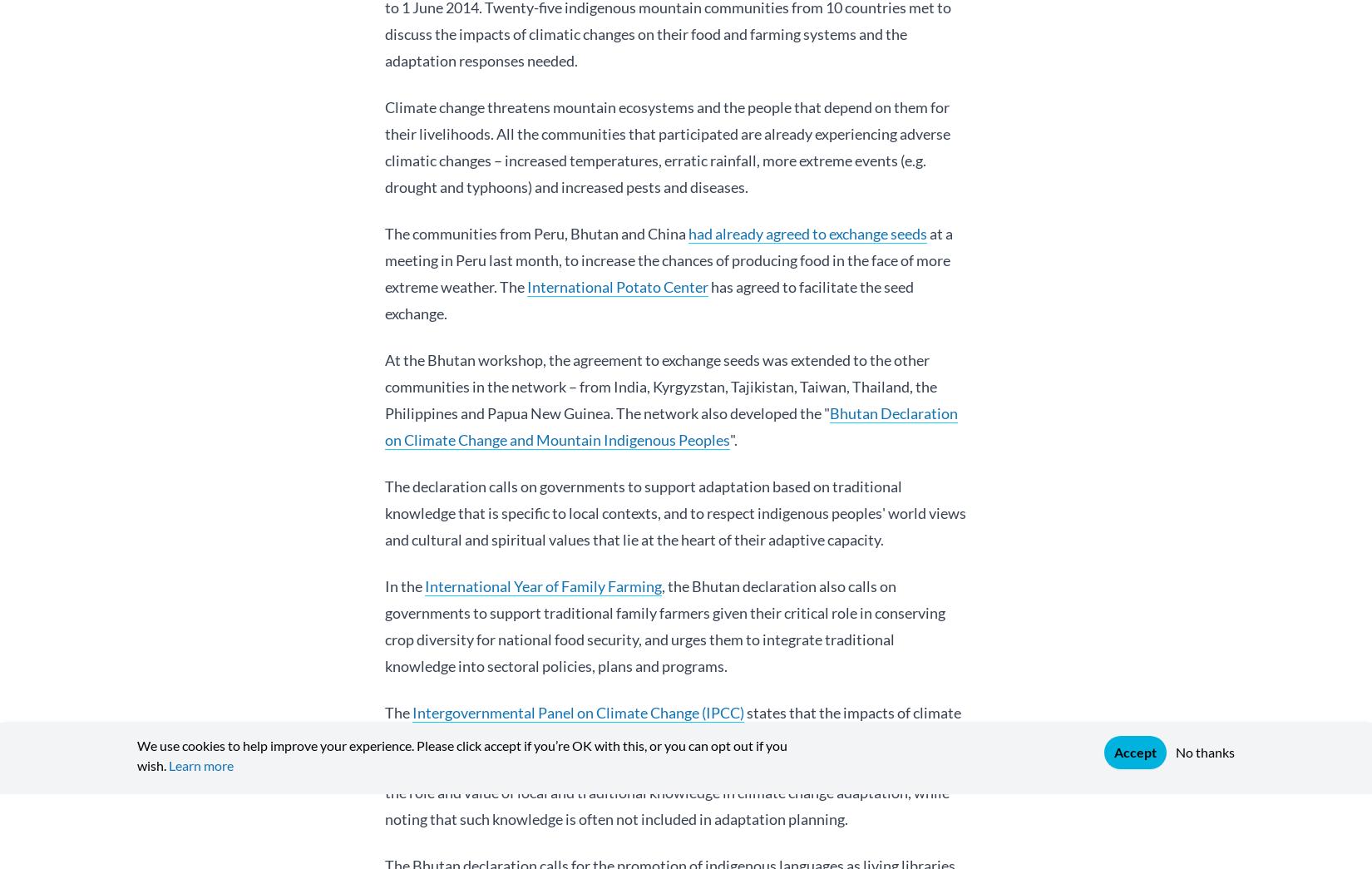 The image size is (1372, 869). Describe the element at coordinates (733, 439) in the screenshot. I see `'".'` at that location.